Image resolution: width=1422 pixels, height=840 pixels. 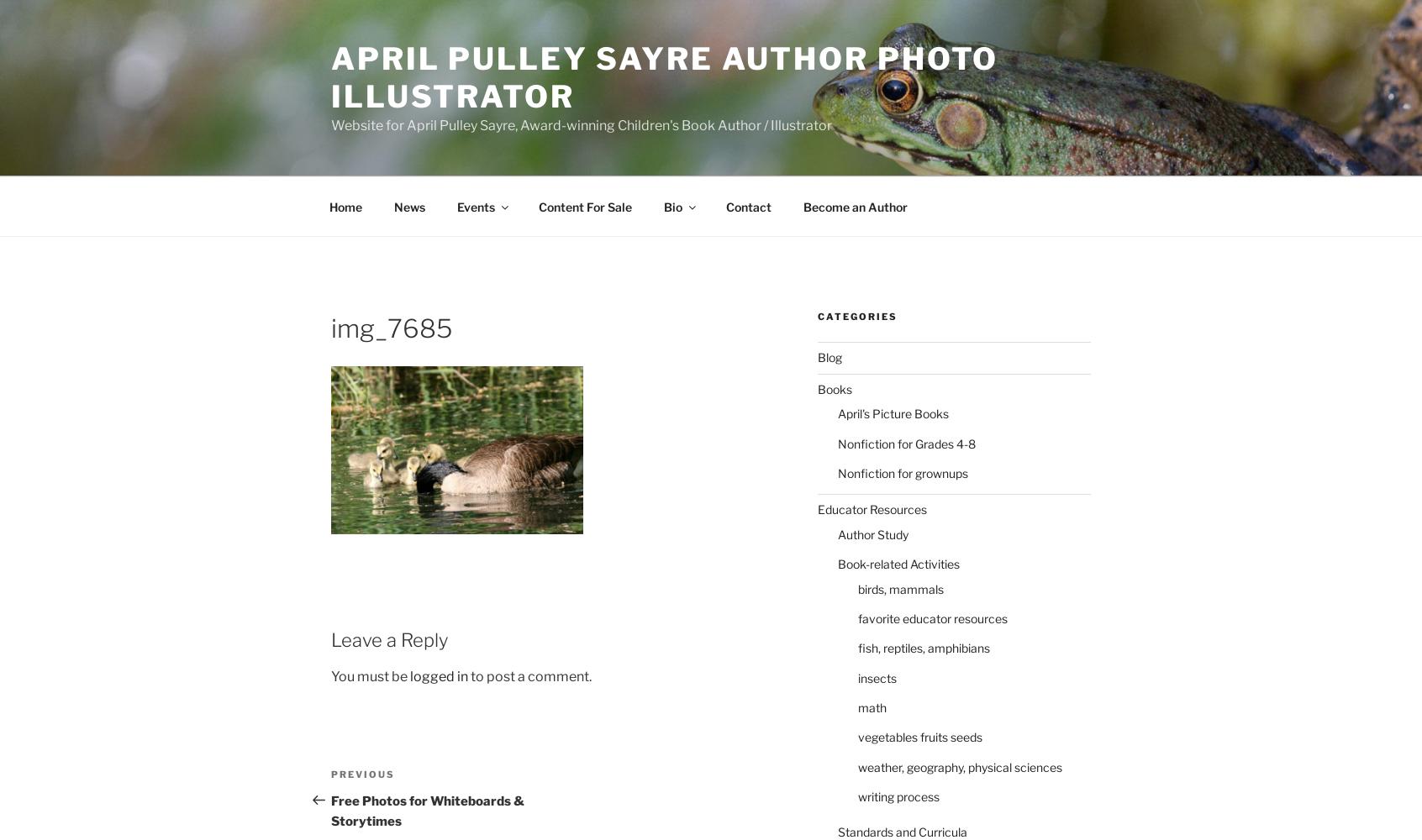 I want to click on 'writing process', so click(x=898, y=795).